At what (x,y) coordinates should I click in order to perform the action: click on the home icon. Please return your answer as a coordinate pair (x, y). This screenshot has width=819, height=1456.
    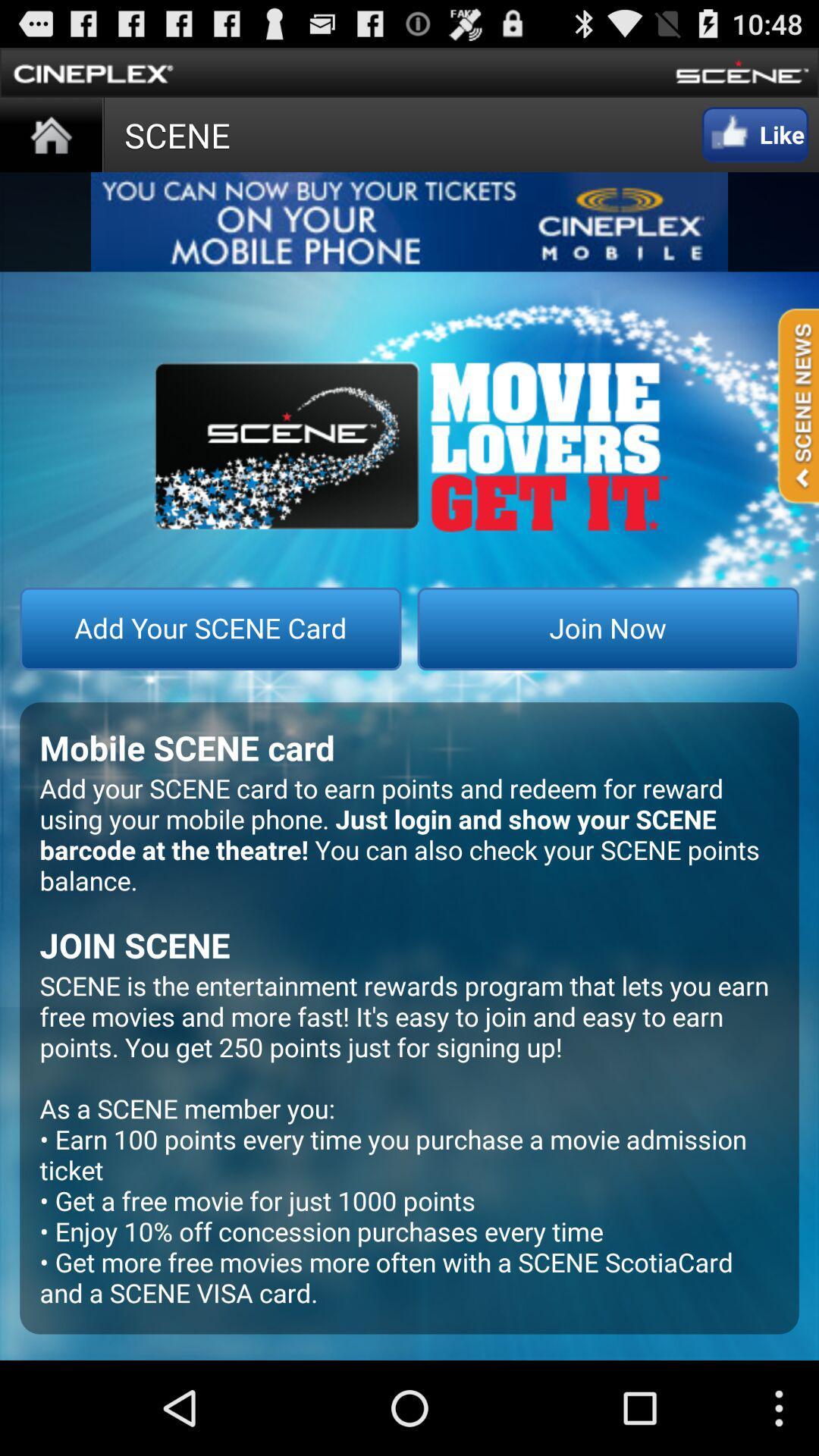
    Looking at the image, I should click on (50, 144).